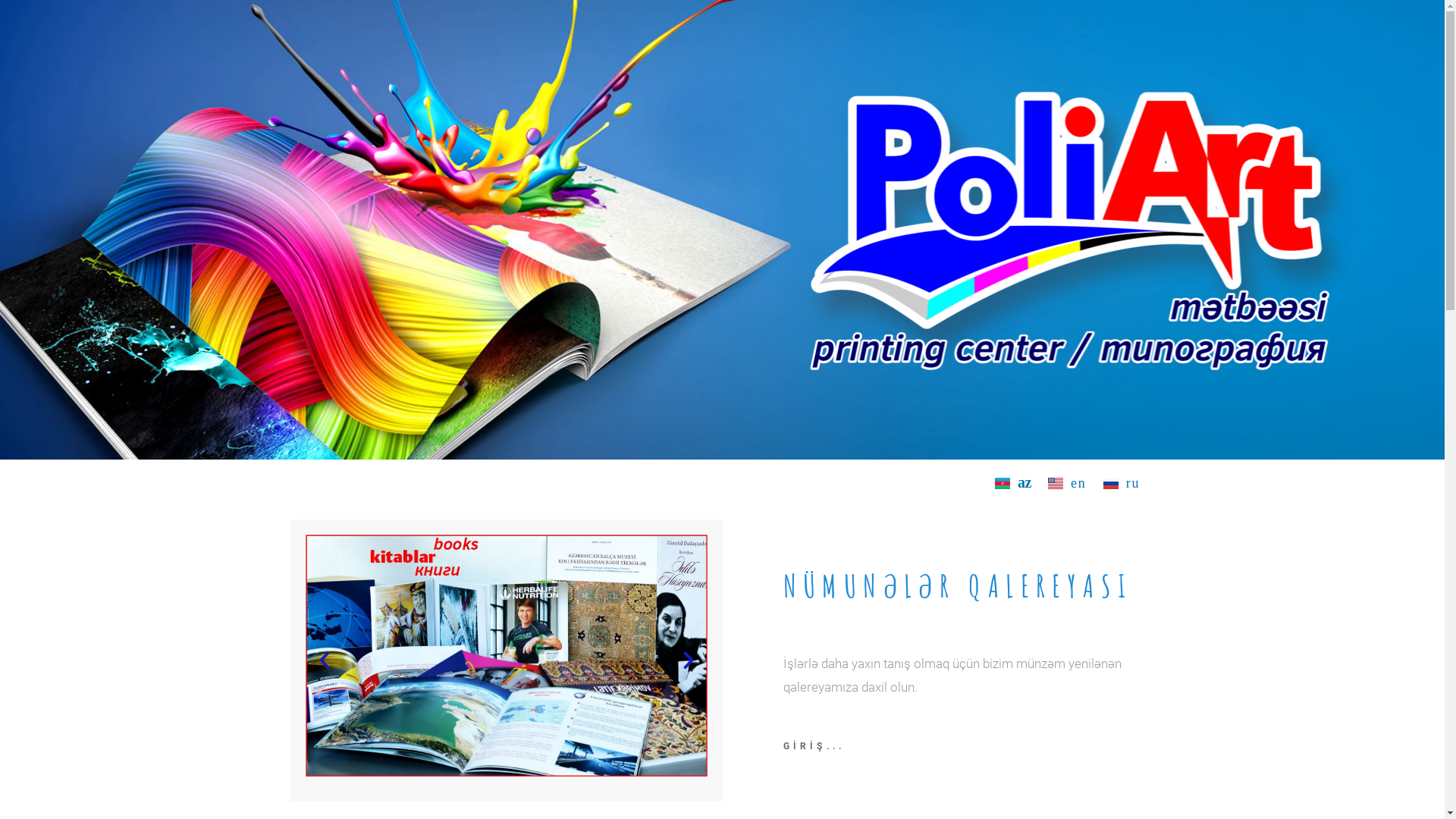 Image resolution: width=1456 pixels, height=819 pixels. What do you see at coordinates (1066, 483) in the screenshot?
I see `'en'` at bounding box center [1066, 483].